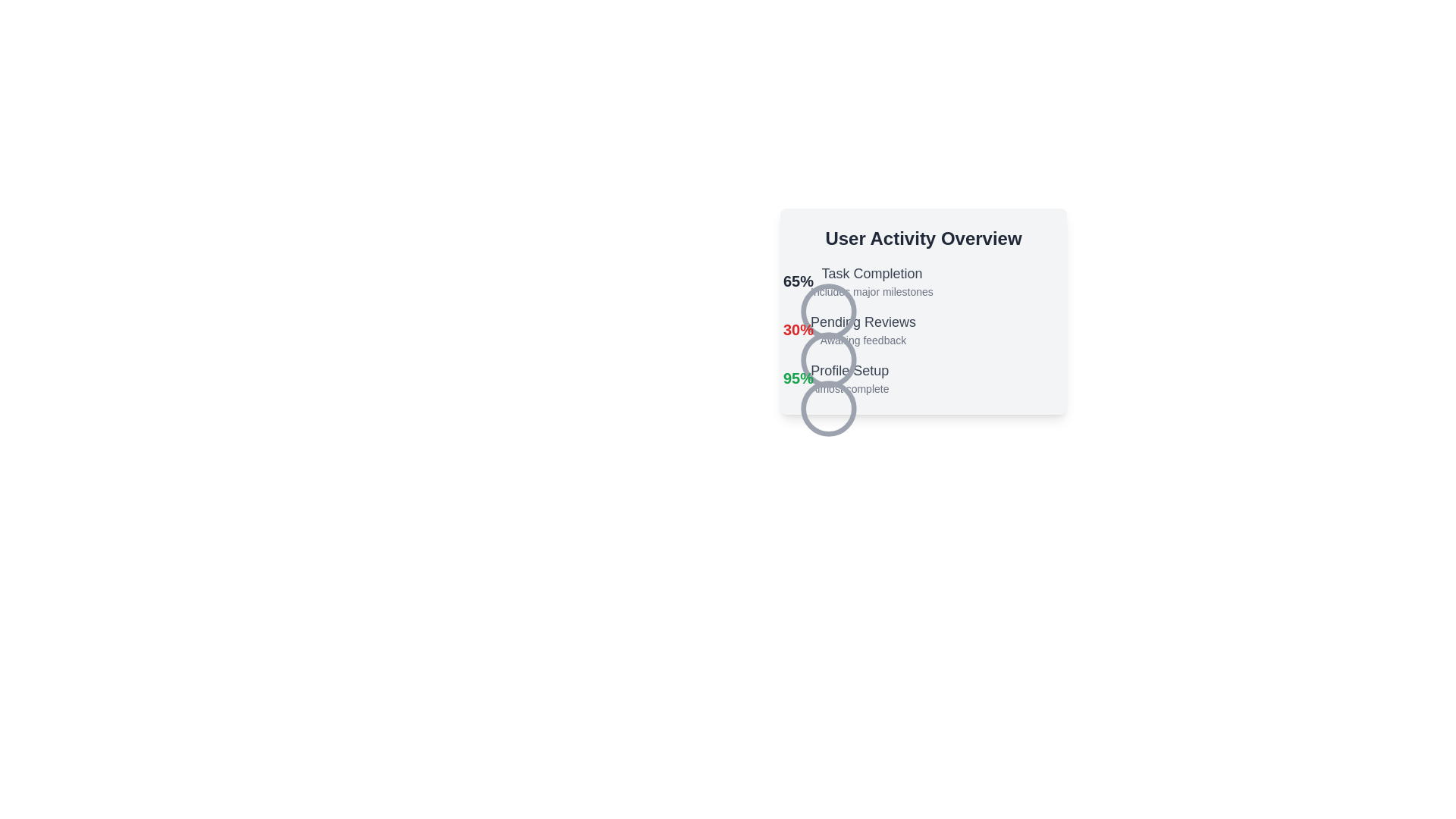  I want to click on the text block displaying 'Pending Reviews' in the 'User Activity Overview' section, which is positioned between '30%' and 'Profile Setup', so click(863, 329).